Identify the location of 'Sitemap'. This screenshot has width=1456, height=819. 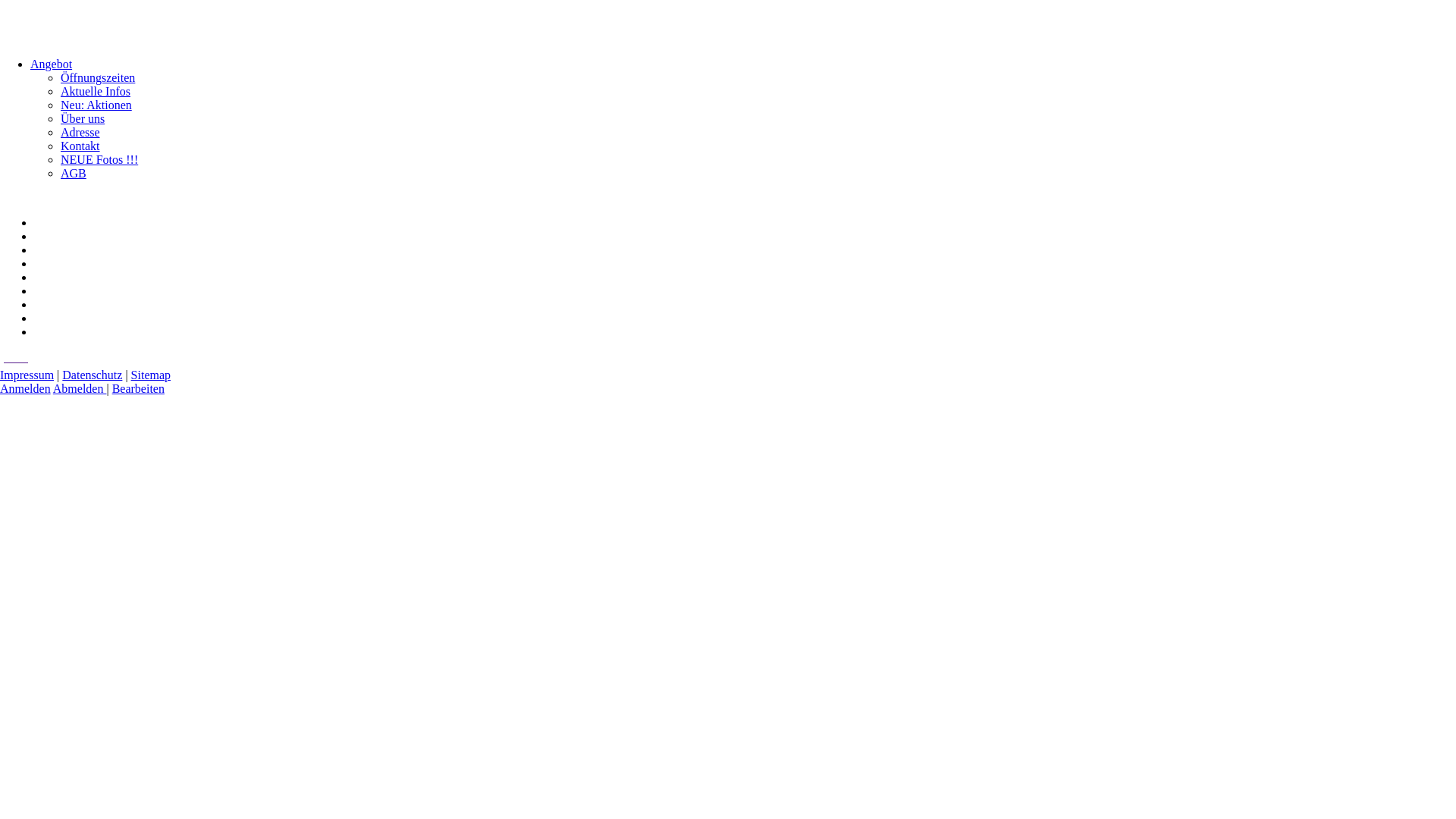
(150, 375).